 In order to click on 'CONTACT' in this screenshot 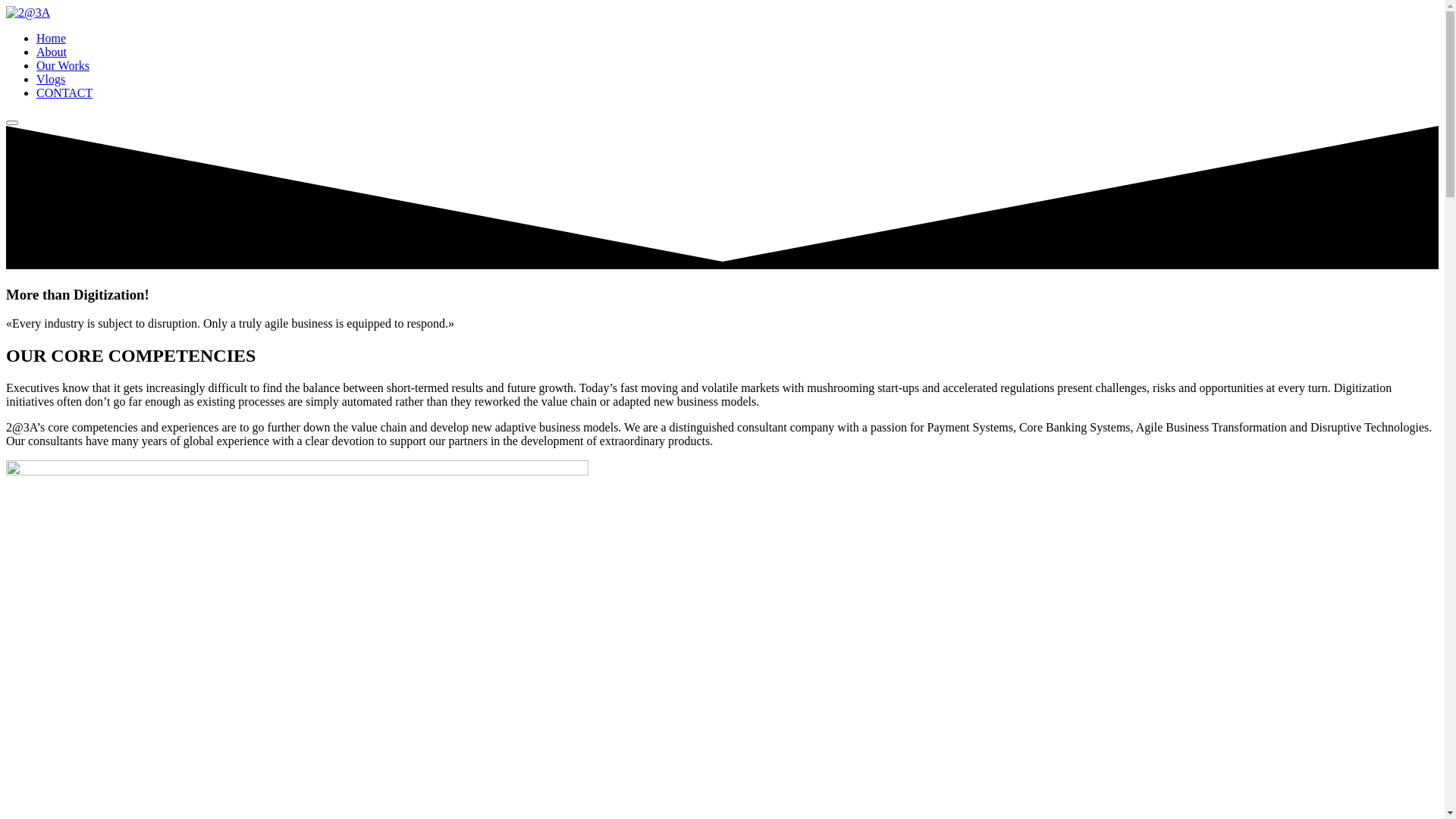, I will do `click(36, 93)`.